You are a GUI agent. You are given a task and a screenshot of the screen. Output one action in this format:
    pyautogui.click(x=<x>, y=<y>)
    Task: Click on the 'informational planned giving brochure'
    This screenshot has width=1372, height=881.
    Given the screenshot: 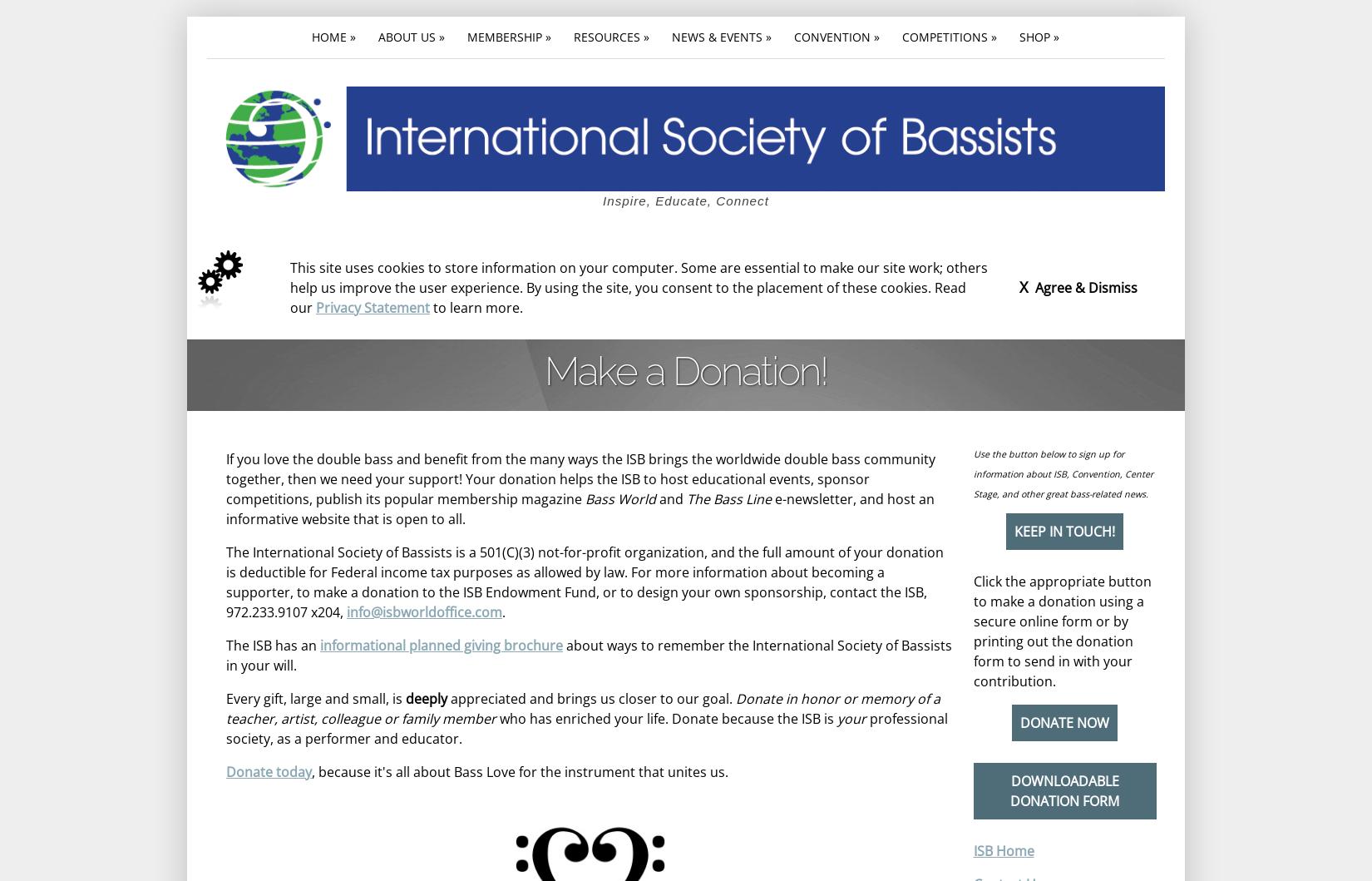 What is the action you would take?
    pyautogui.click(x=440, y=643)
    